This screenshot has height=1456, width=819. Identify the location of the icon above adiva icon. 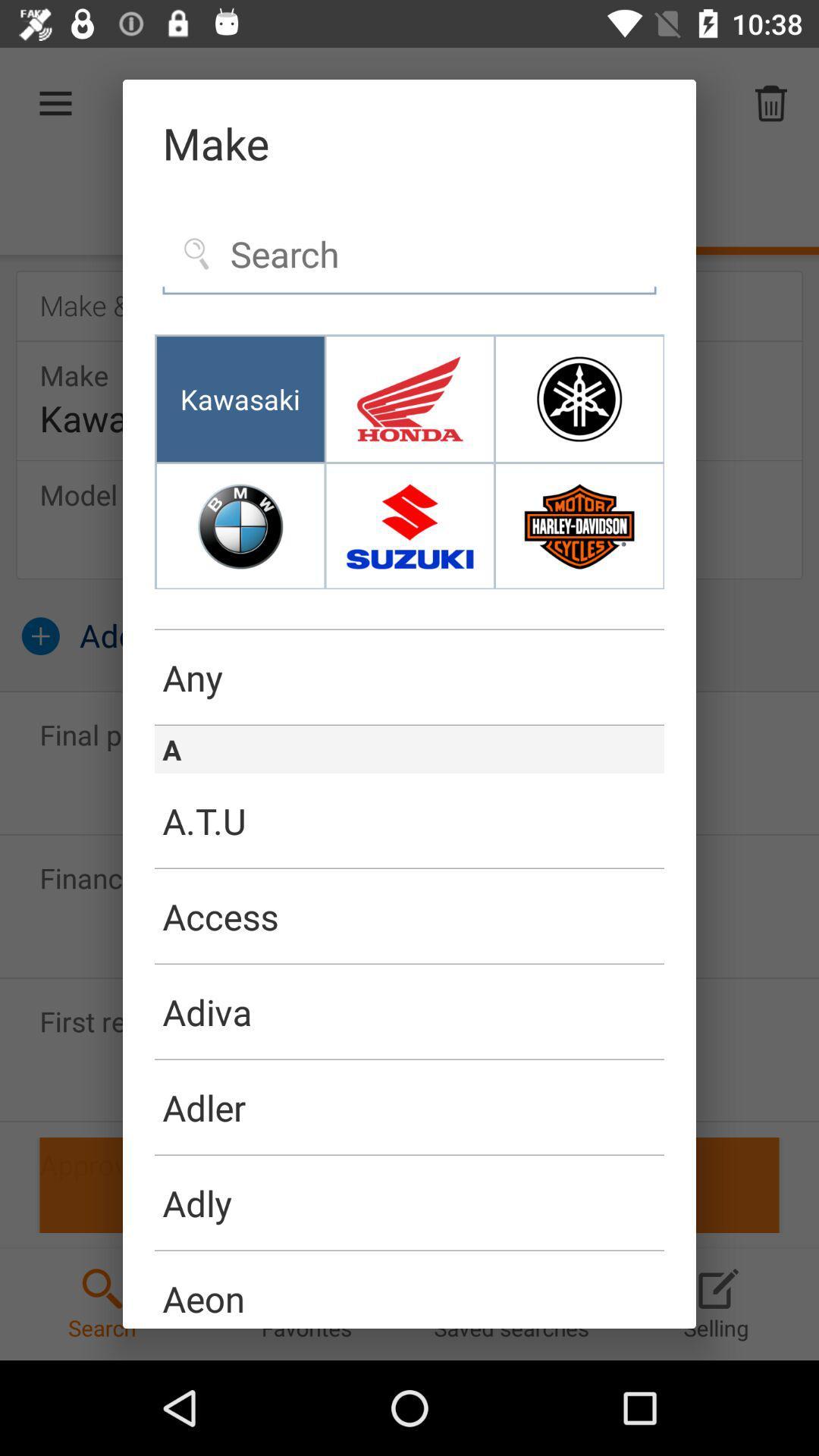
(409, 963).